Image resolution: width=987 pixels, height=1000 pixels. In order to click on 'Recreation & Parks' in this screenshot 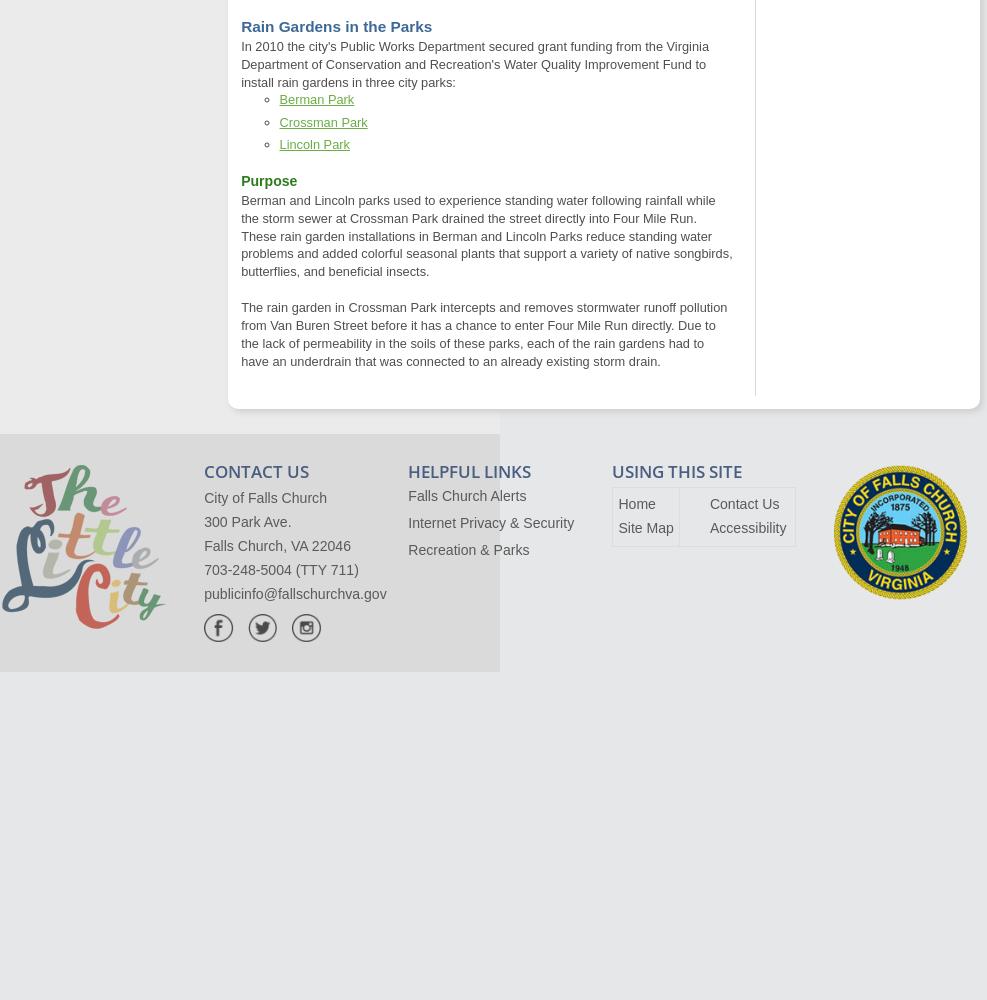, I will do `click(467, 549)`.